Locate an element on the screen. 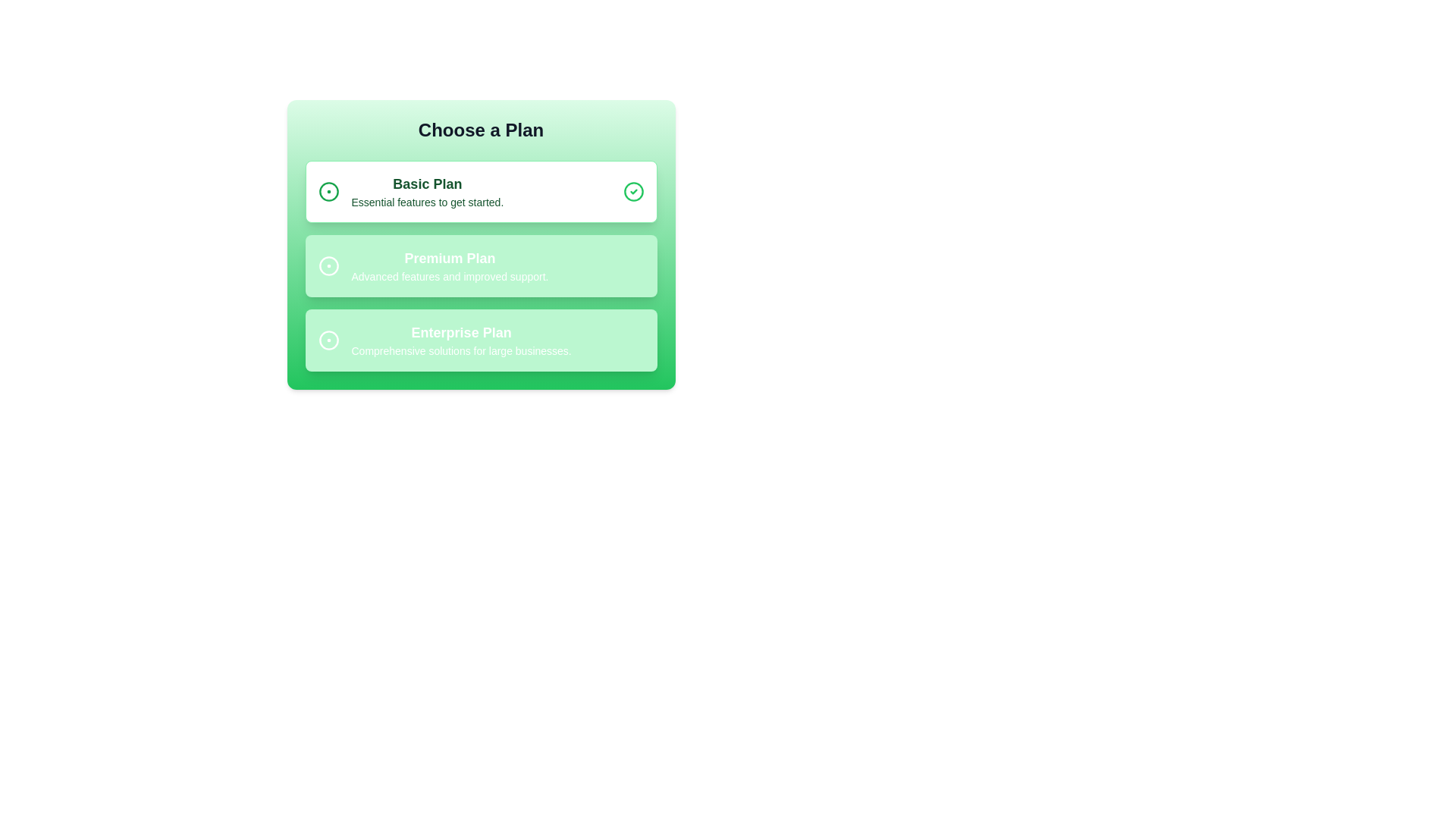  the 'Basic Plan' text label, which provides the name and description of the first selectable plan option beneath the heading 'Choose a Plan' is located at coordinates (426, 191).